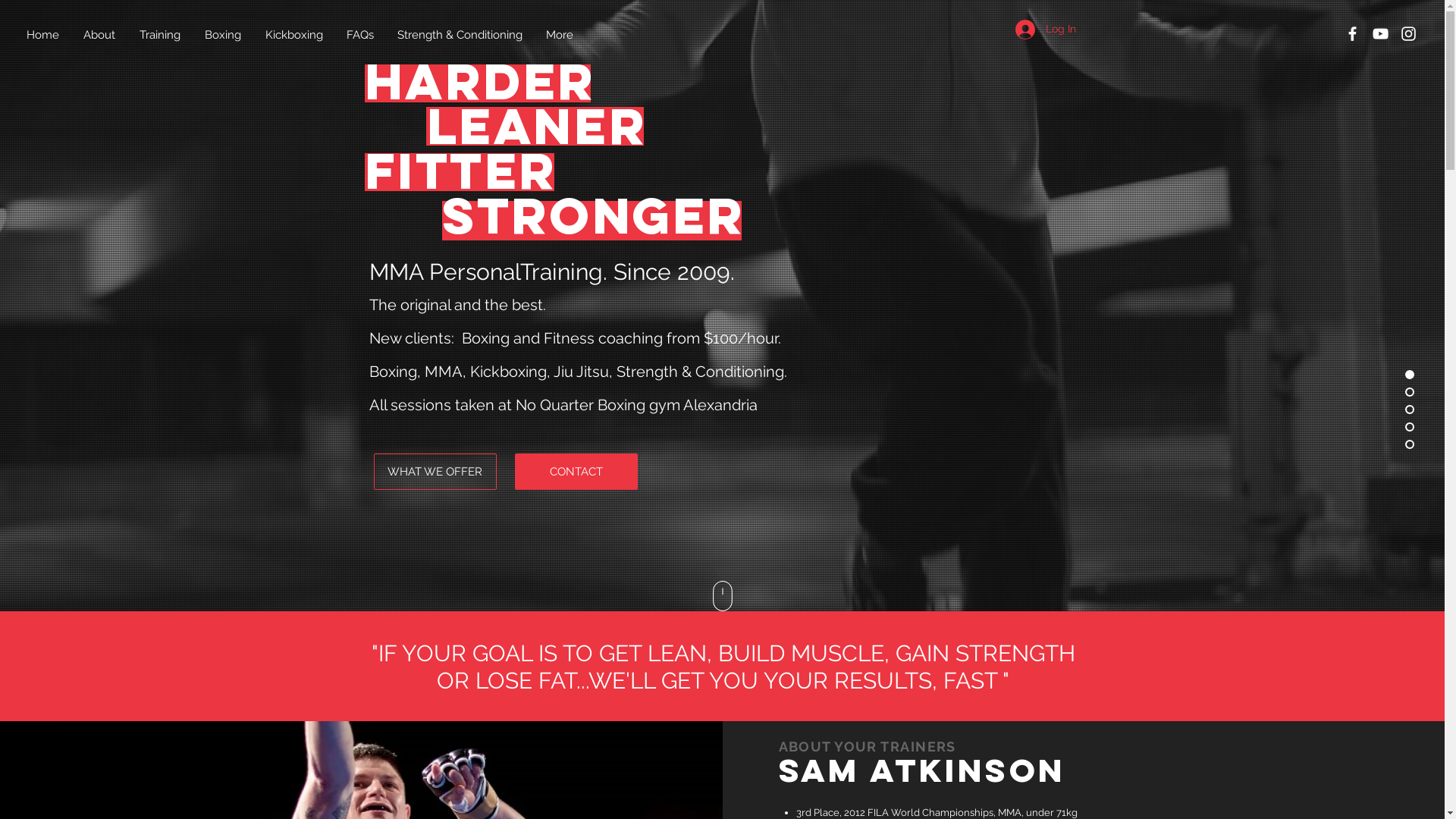 The image size is (1456, 819). I want to click on 'Log In', so click(1043, 29).